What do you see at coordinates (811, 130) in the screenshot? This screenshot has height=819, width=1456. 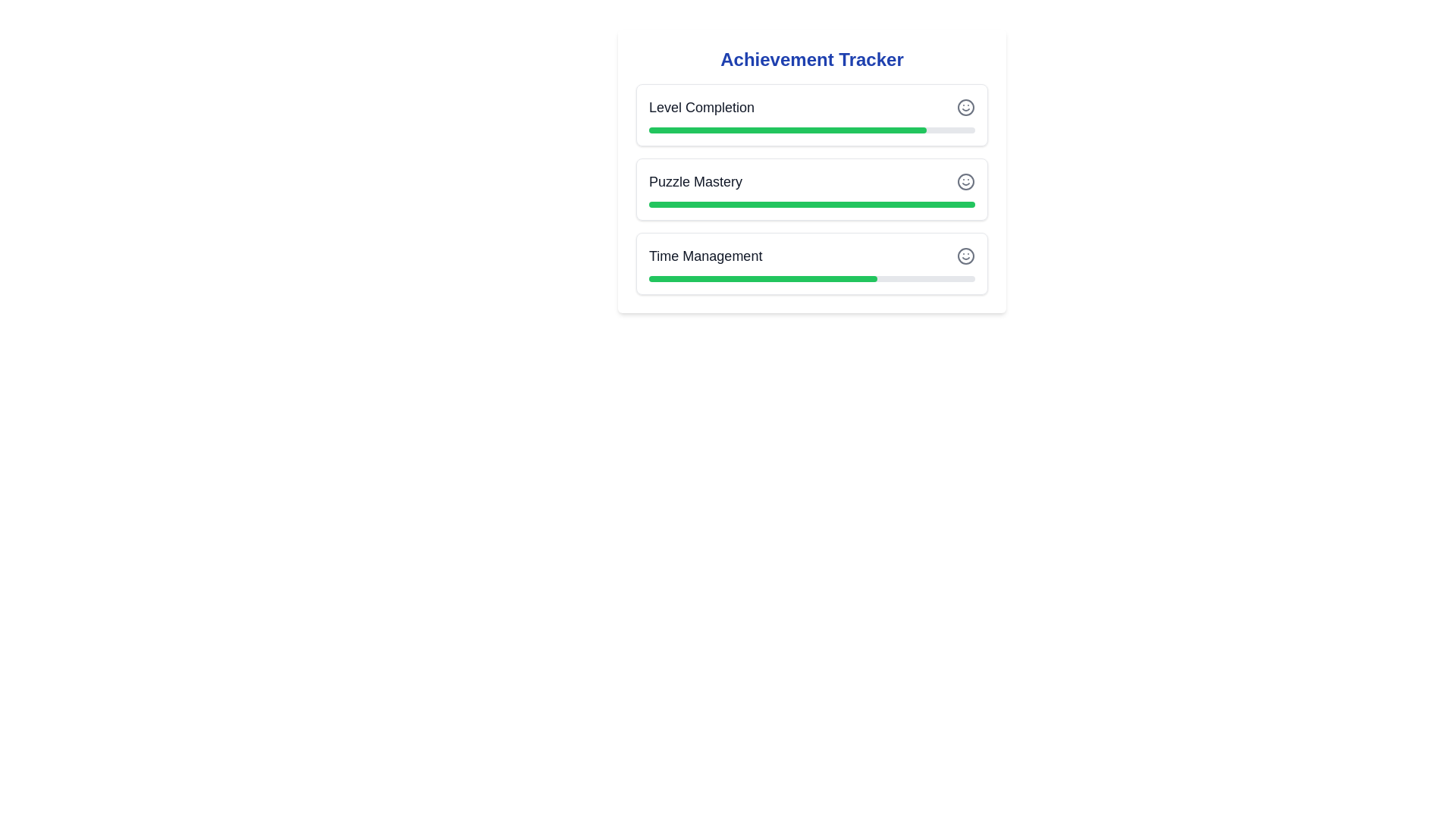 I see `the first progress bar beneath the 'Level Completion' header, which has a light gray background and a green segment indicating 85% completion` at bounding box center [811, 130].